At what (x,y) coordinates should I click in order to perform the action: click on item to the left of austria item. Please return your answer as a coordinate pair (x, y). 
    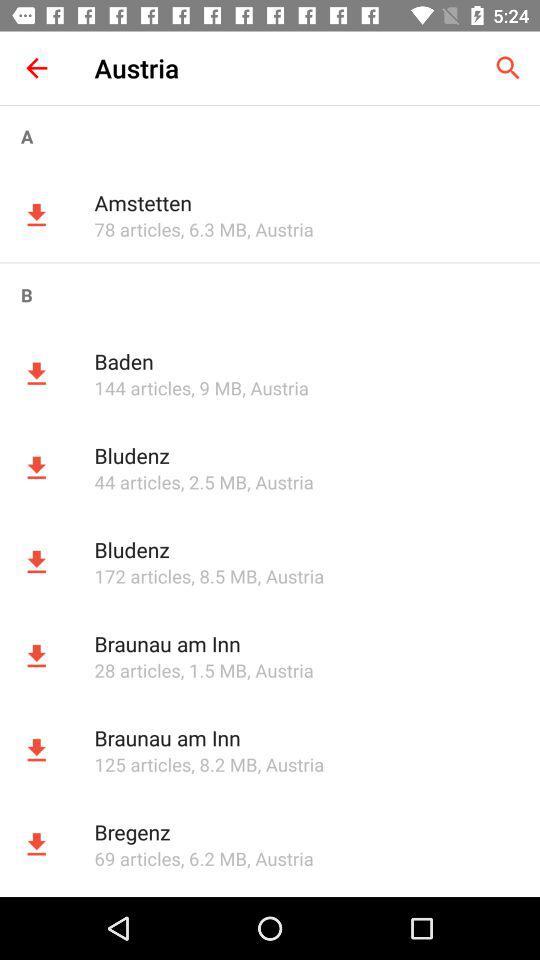
    Looking at the image, I should click on (36, 68).